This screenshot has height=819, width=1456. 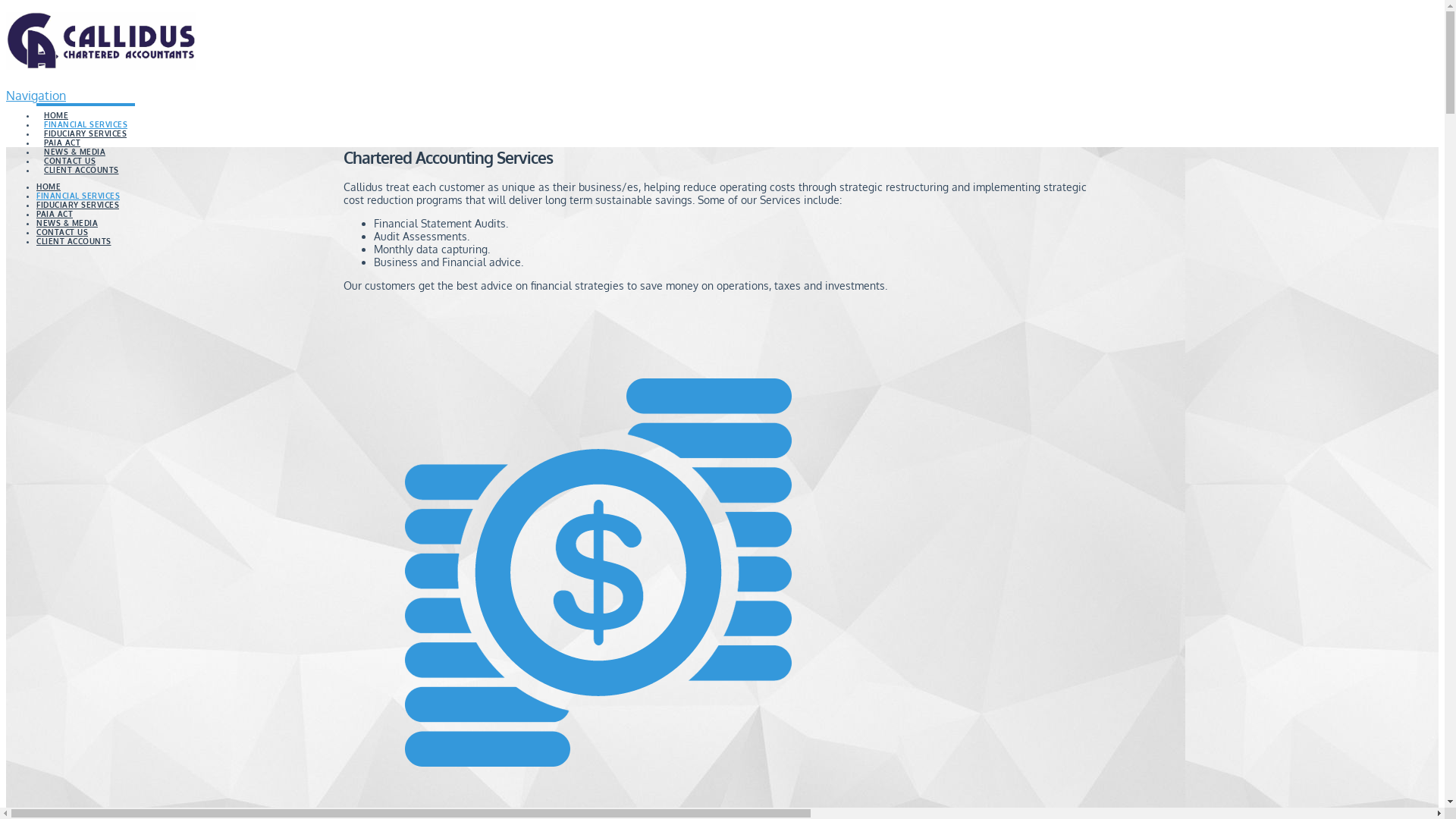 What do you see at coordinates (66, 222) in the screenshot?
I see `'NEWS & MEDIA'` at bounding box center [66, 222].